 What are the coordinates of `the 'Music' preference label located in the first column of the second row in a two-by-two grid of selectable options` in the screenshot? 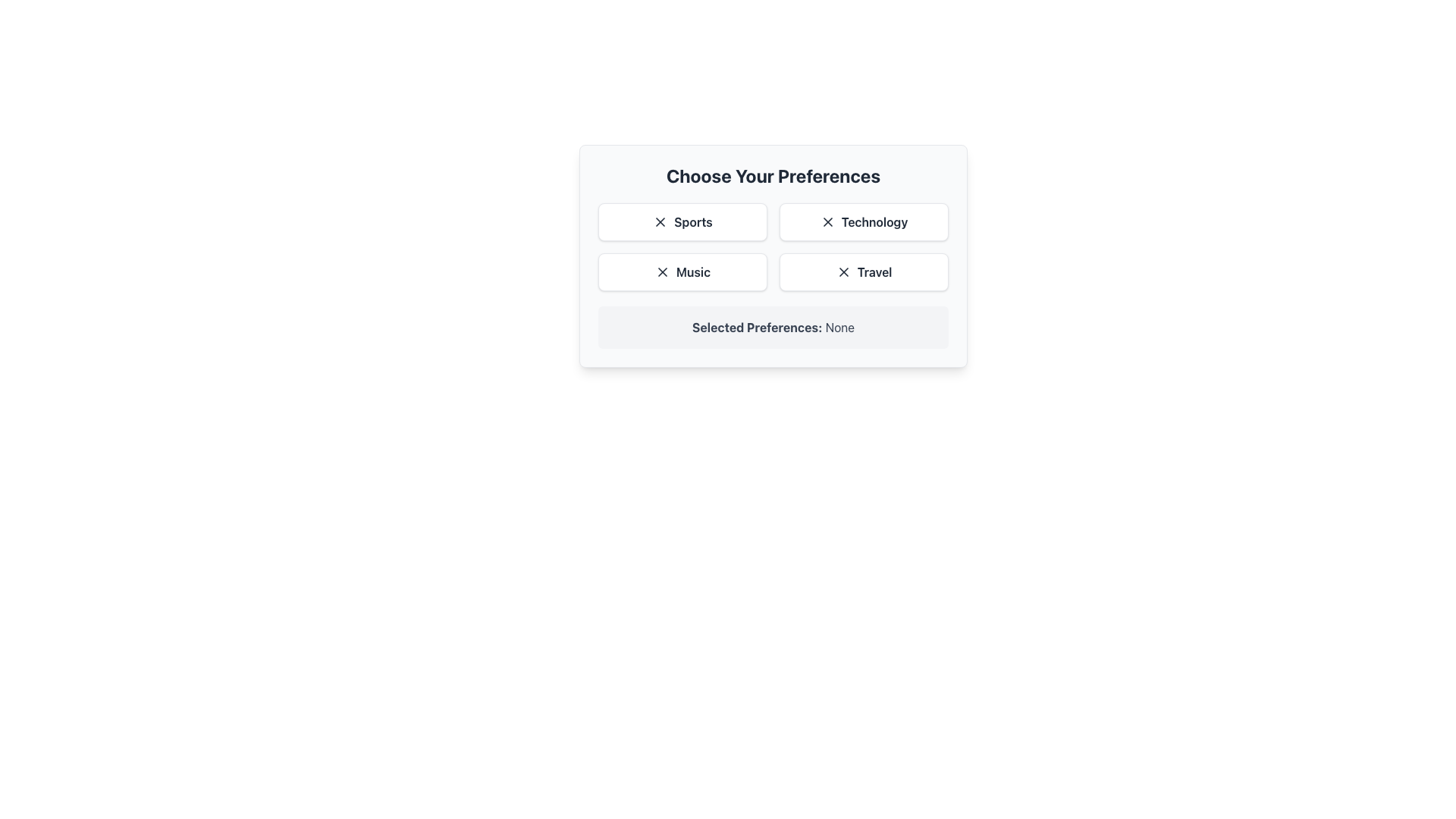 It's located at (692, 271).